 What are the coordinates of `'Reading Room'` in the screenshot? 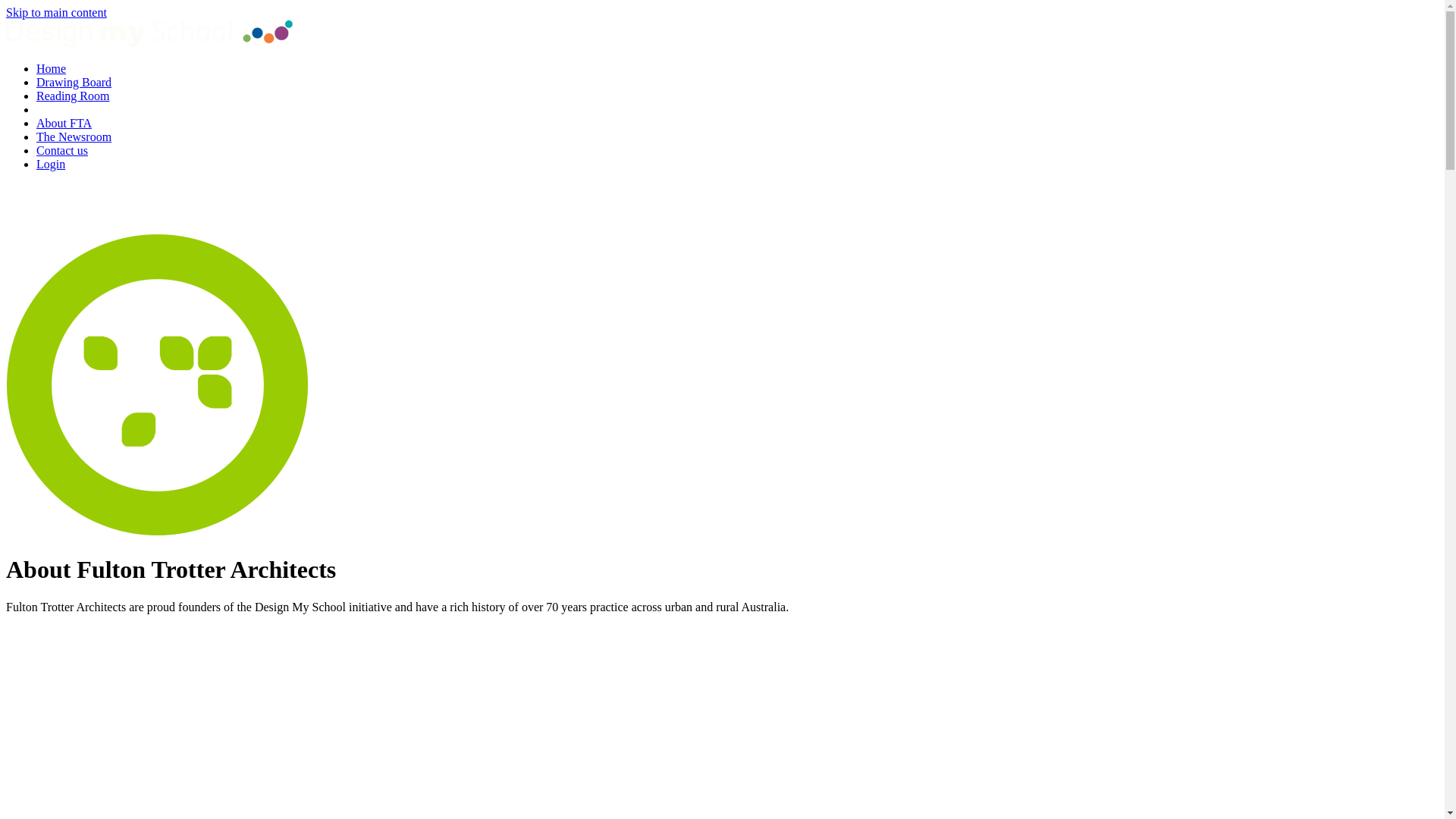 It's located at (72, 96).